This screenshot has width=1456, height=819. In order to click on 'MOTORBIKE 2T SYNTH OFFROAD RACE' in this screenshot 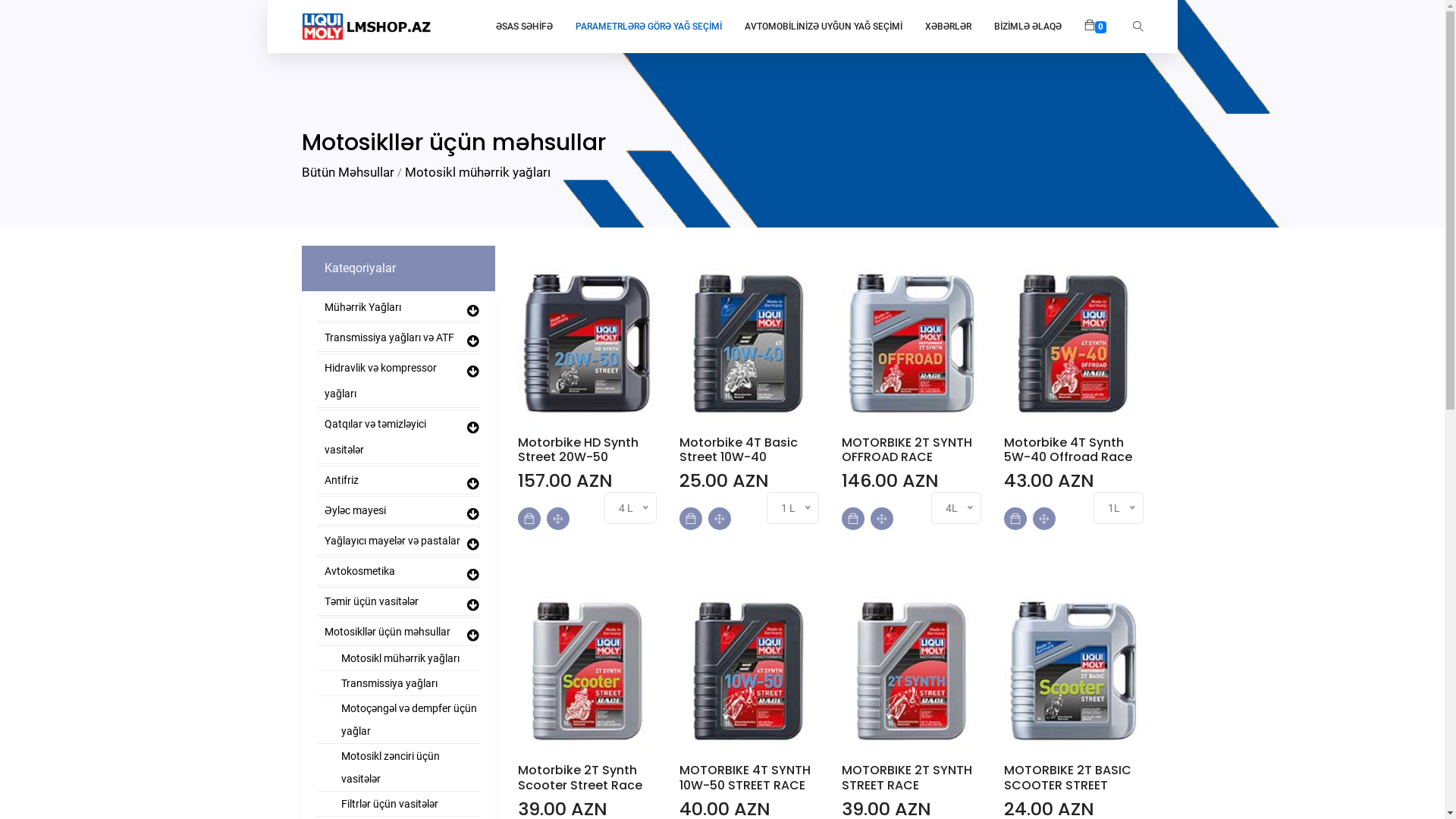, I will do `click(910, 449)`.